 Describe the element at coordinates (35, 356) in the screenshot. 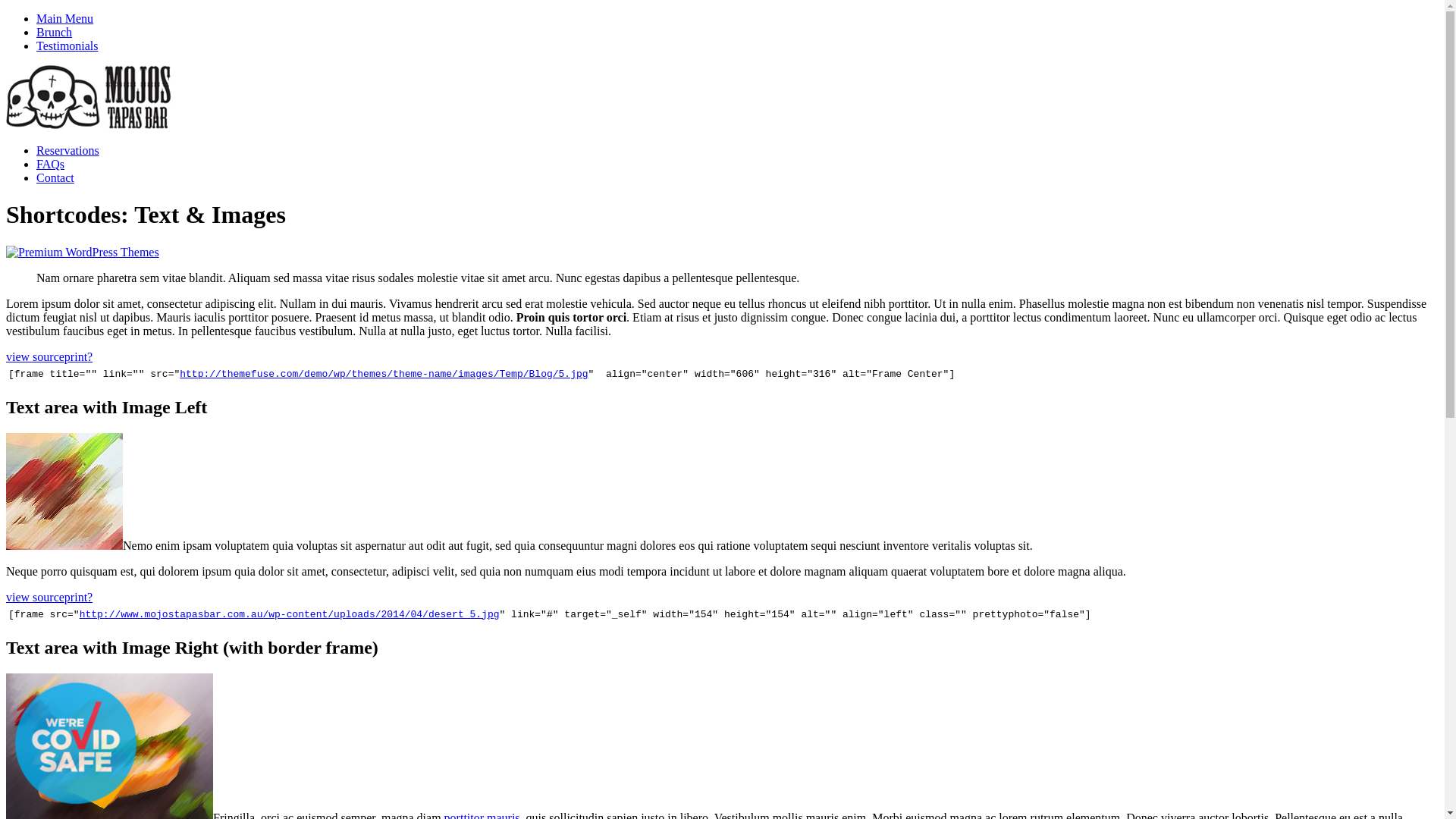

I see `'view source'` at that location.